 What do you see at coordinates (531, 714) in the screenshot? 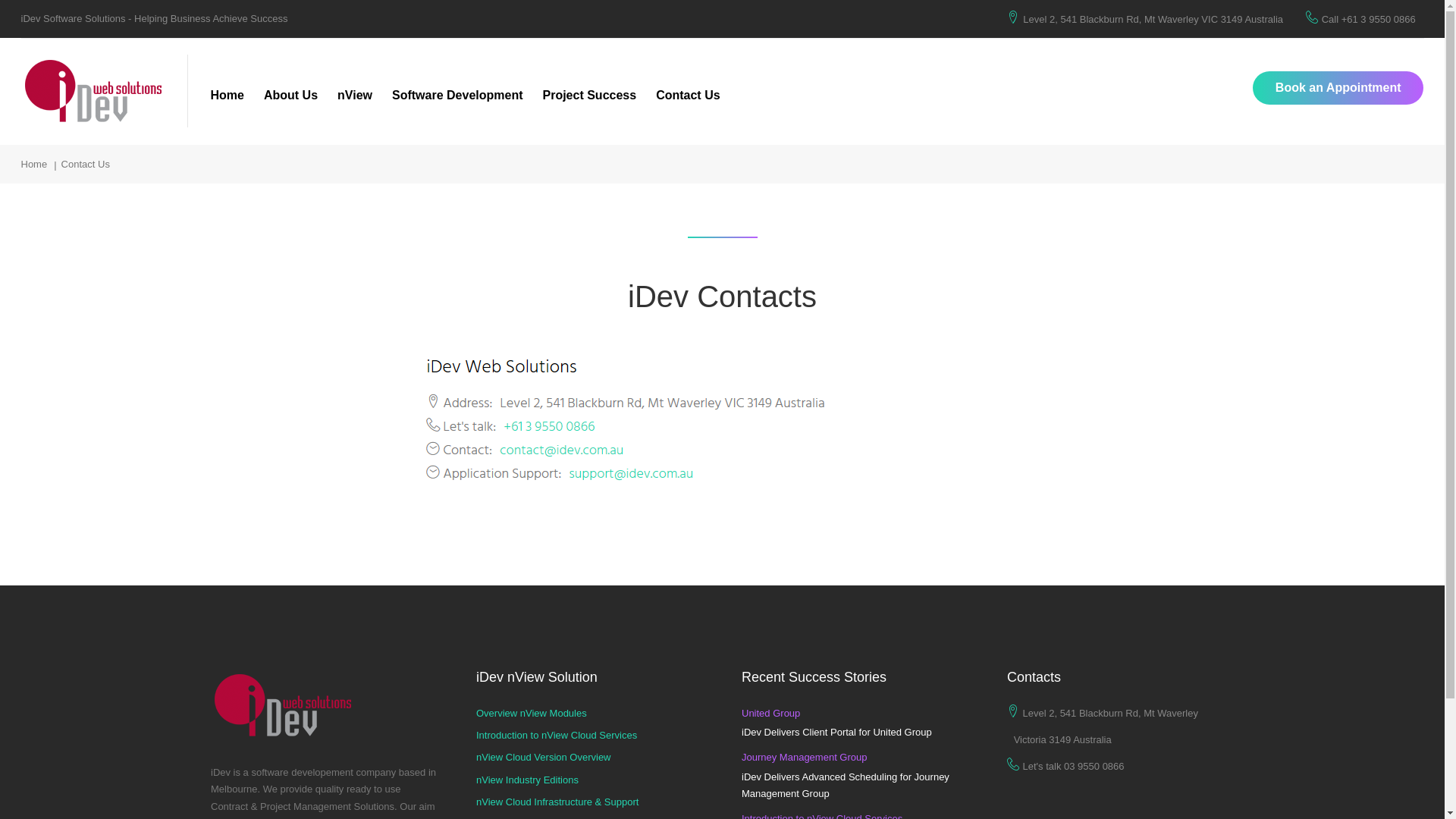
I see `'Overview nView Modules'` at bounding box center [531, 714].